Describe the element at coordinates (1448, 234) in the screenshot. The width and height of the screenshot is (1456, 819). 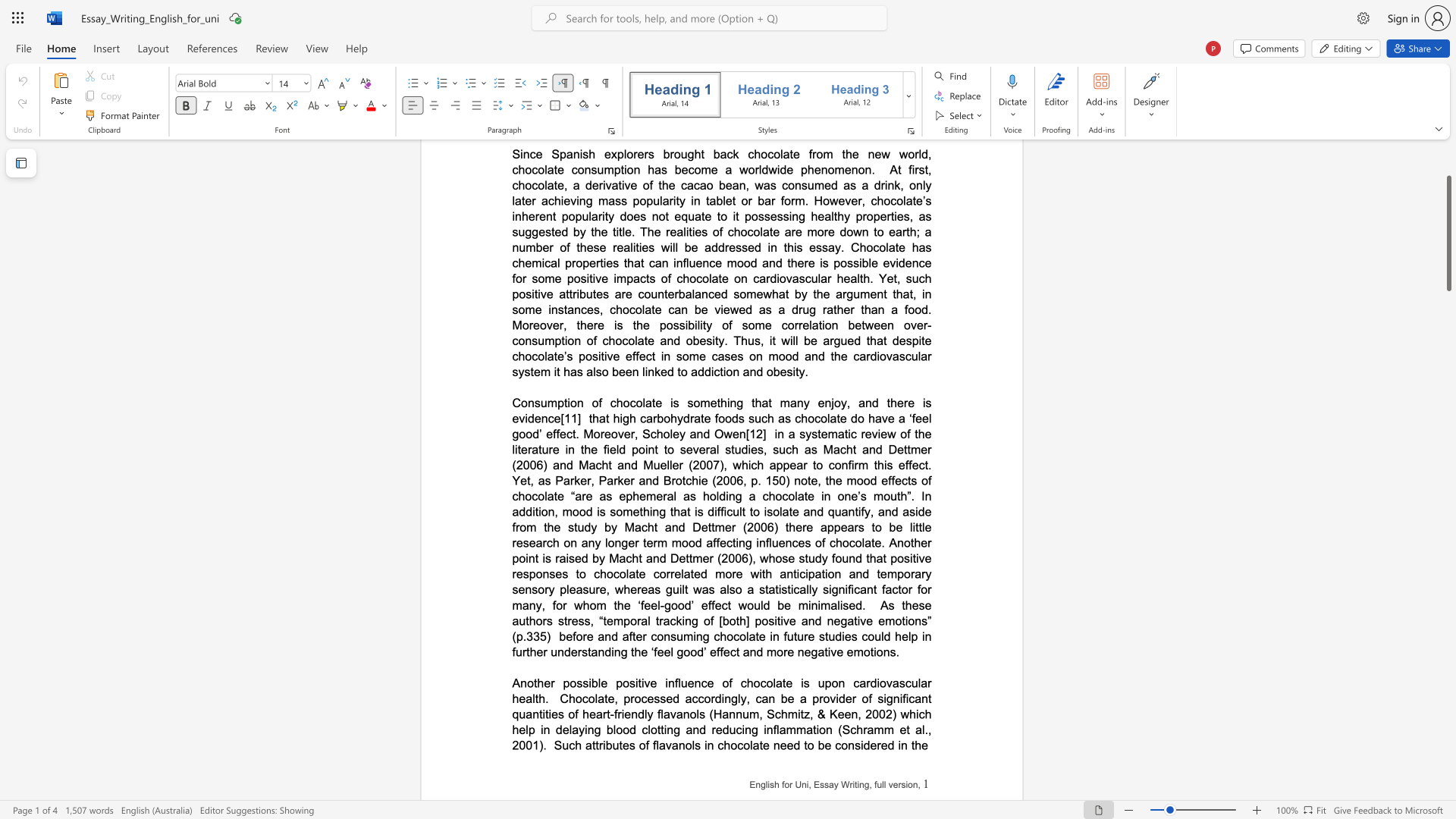
I see `the scrollbar and move down 100 pixels` at that location.